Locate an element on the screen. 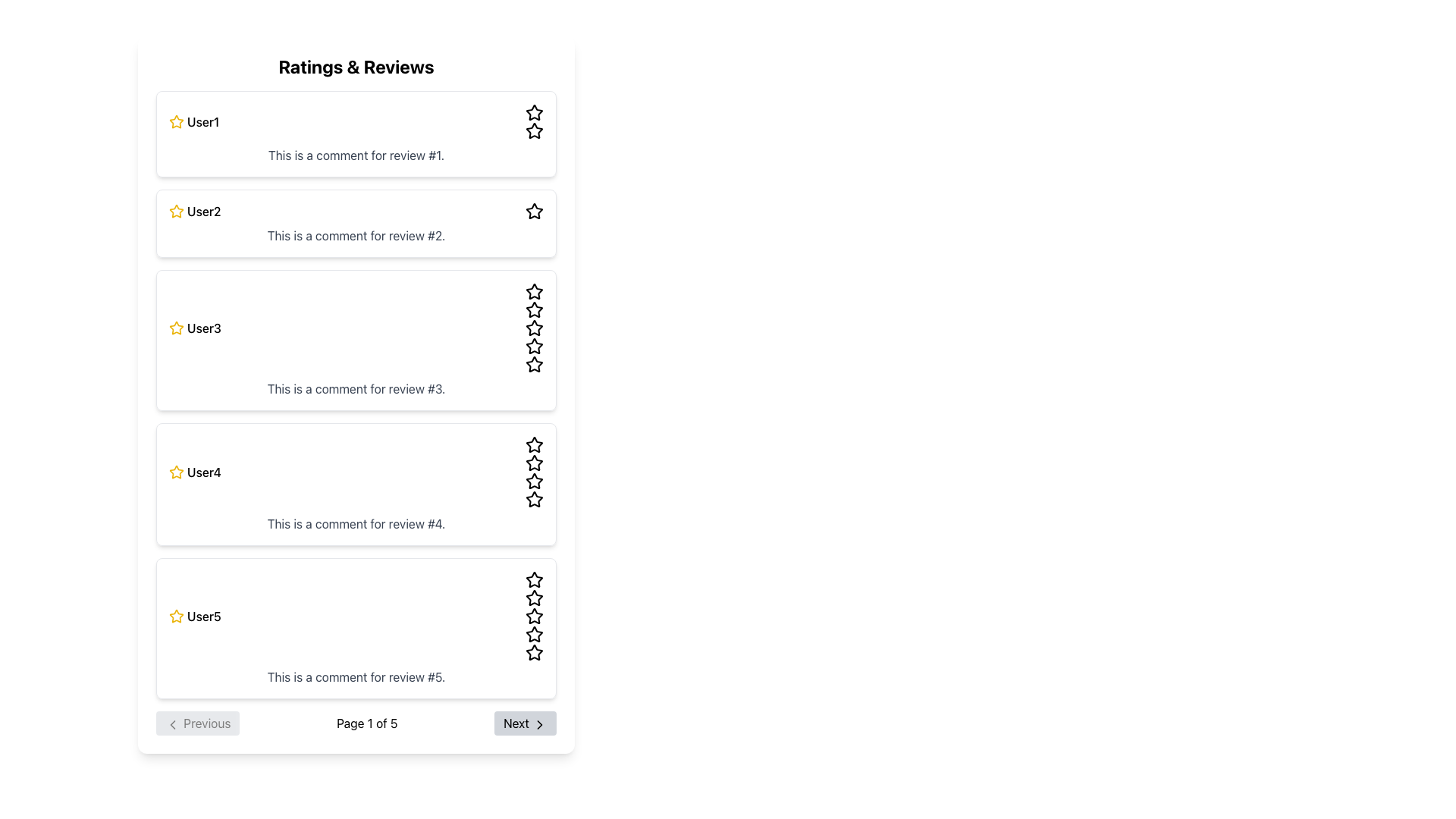  the star icon for rating associated with 'User2', positioned on the far right edge of the review entry is located at coordinates (535, 211).